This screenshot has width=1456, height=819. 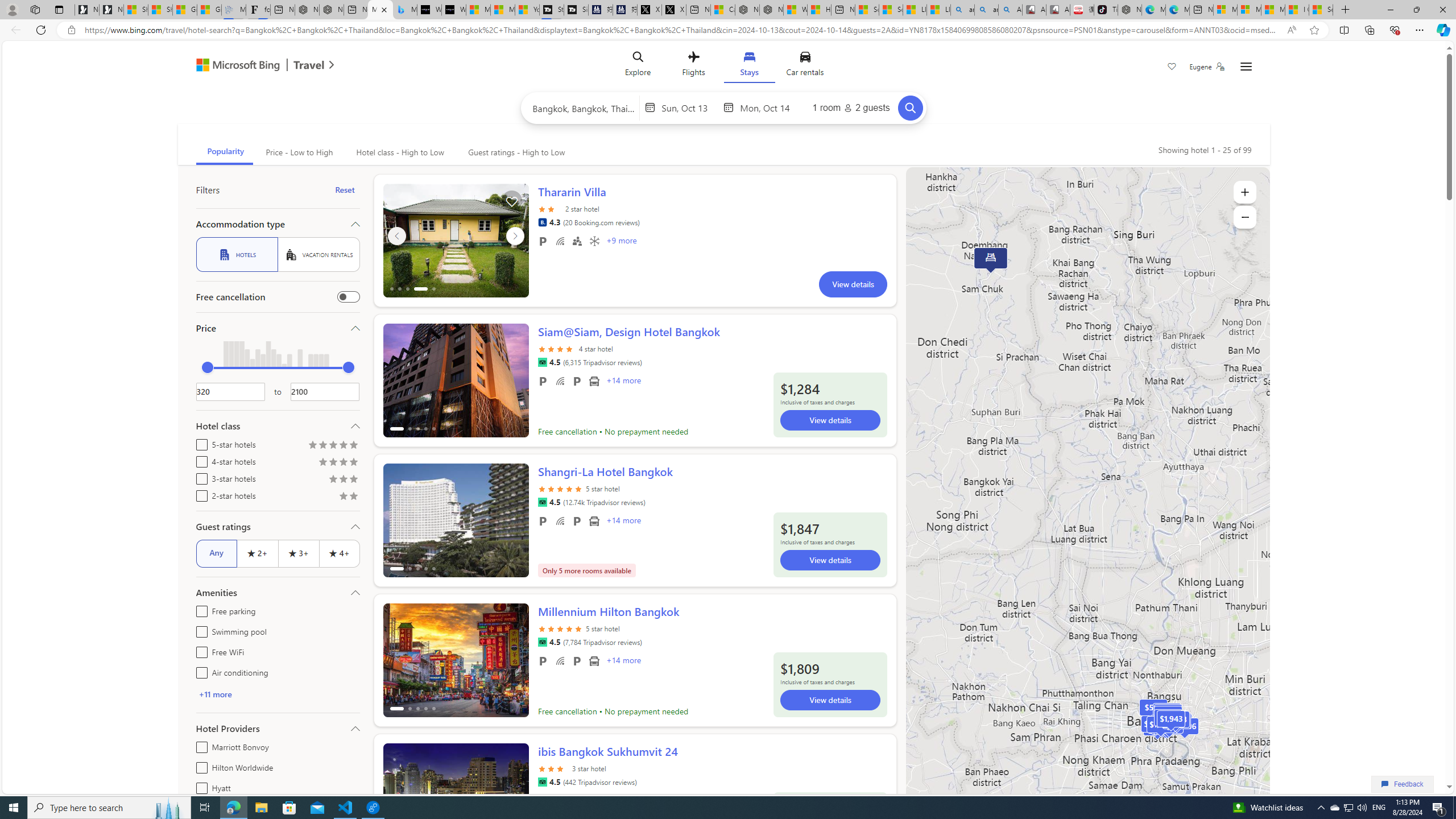 What do you see at coordinates (199, 766) in the screenshot?
I see `'Hilton Worldwide'` at bounding box center [199, 766].